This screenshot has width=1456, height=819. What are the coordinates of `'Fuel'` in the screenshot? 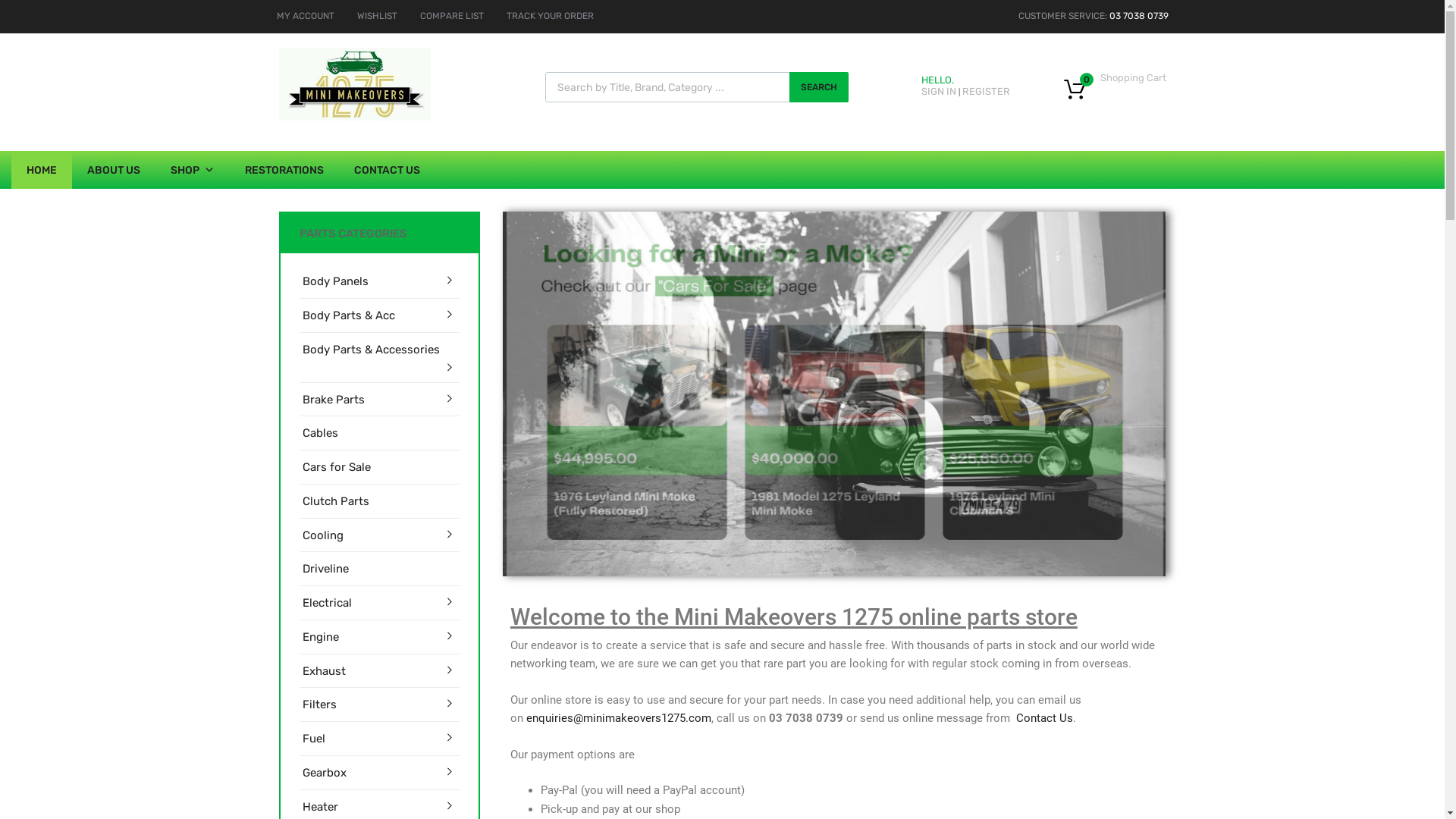 It's located at (312, 738).